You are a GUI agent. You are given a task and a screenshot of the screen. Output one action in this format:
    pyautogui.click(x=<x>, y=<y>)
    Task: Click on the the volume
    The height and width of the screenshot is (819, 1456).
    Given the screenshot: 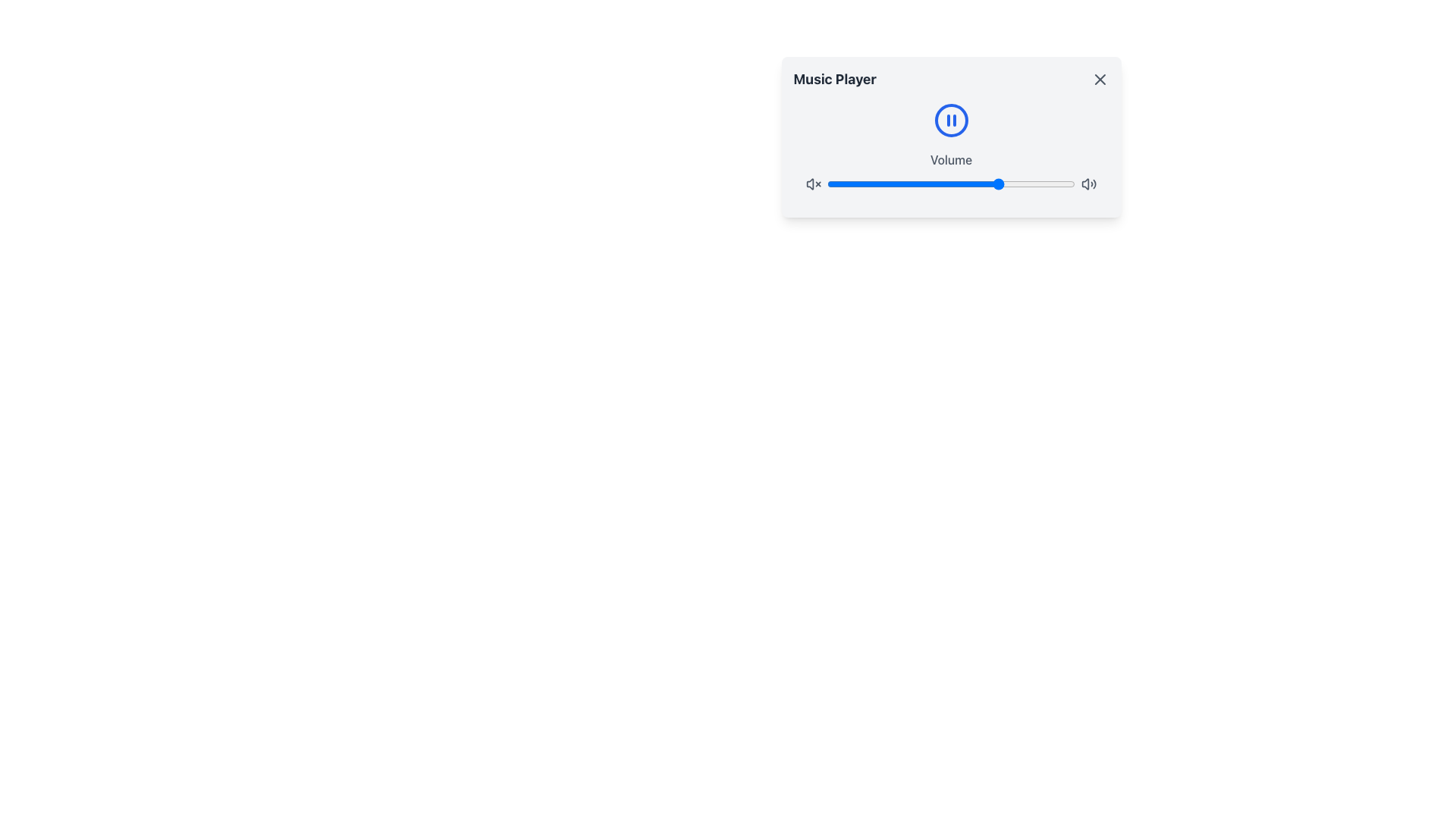 What is the action you would take?
    pyautogui.click(x=913, y=184)
    